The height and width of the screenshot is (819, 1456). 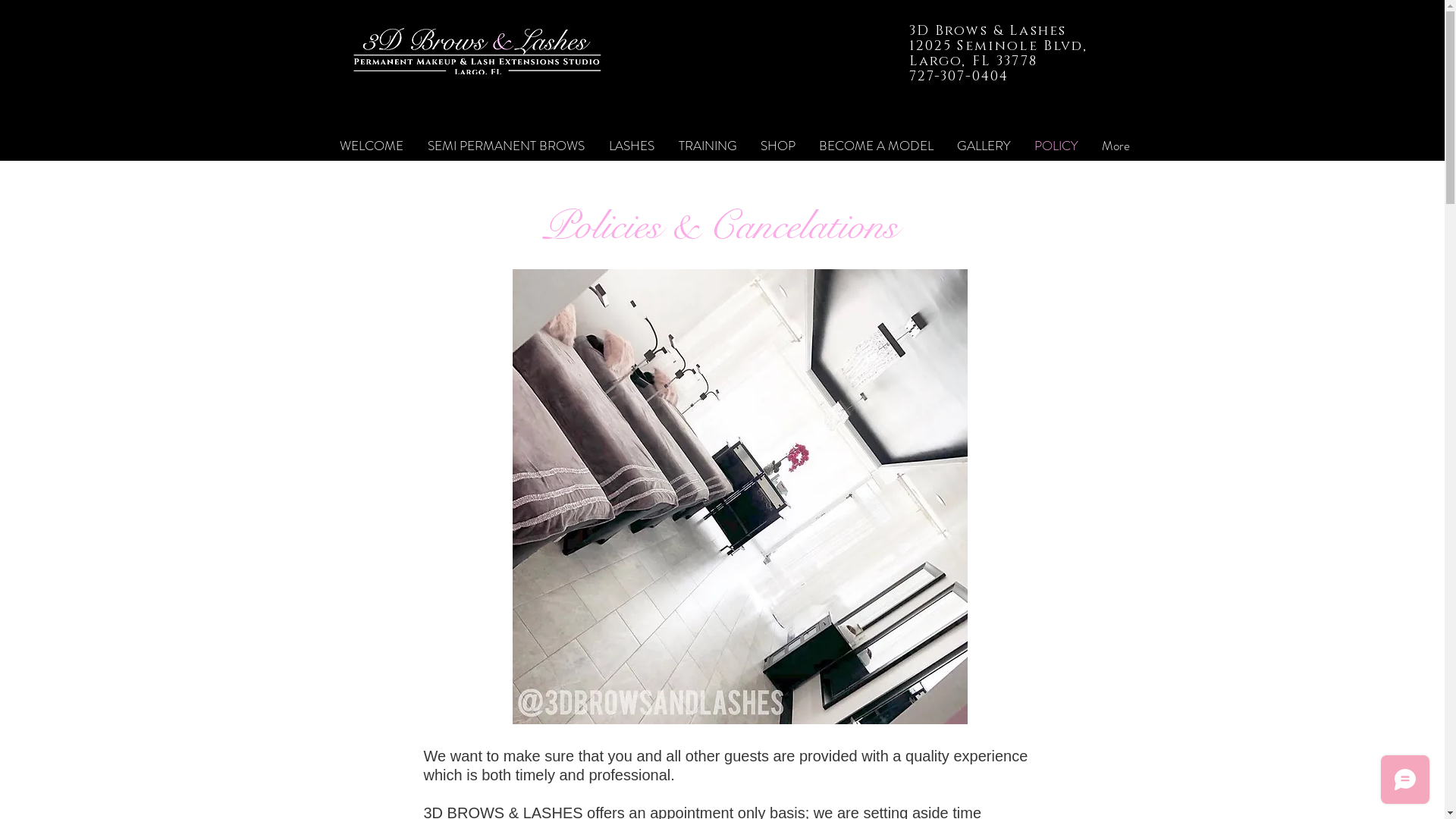 I want to click on 'BECOME A MODEL', so click(x=876, y=146).